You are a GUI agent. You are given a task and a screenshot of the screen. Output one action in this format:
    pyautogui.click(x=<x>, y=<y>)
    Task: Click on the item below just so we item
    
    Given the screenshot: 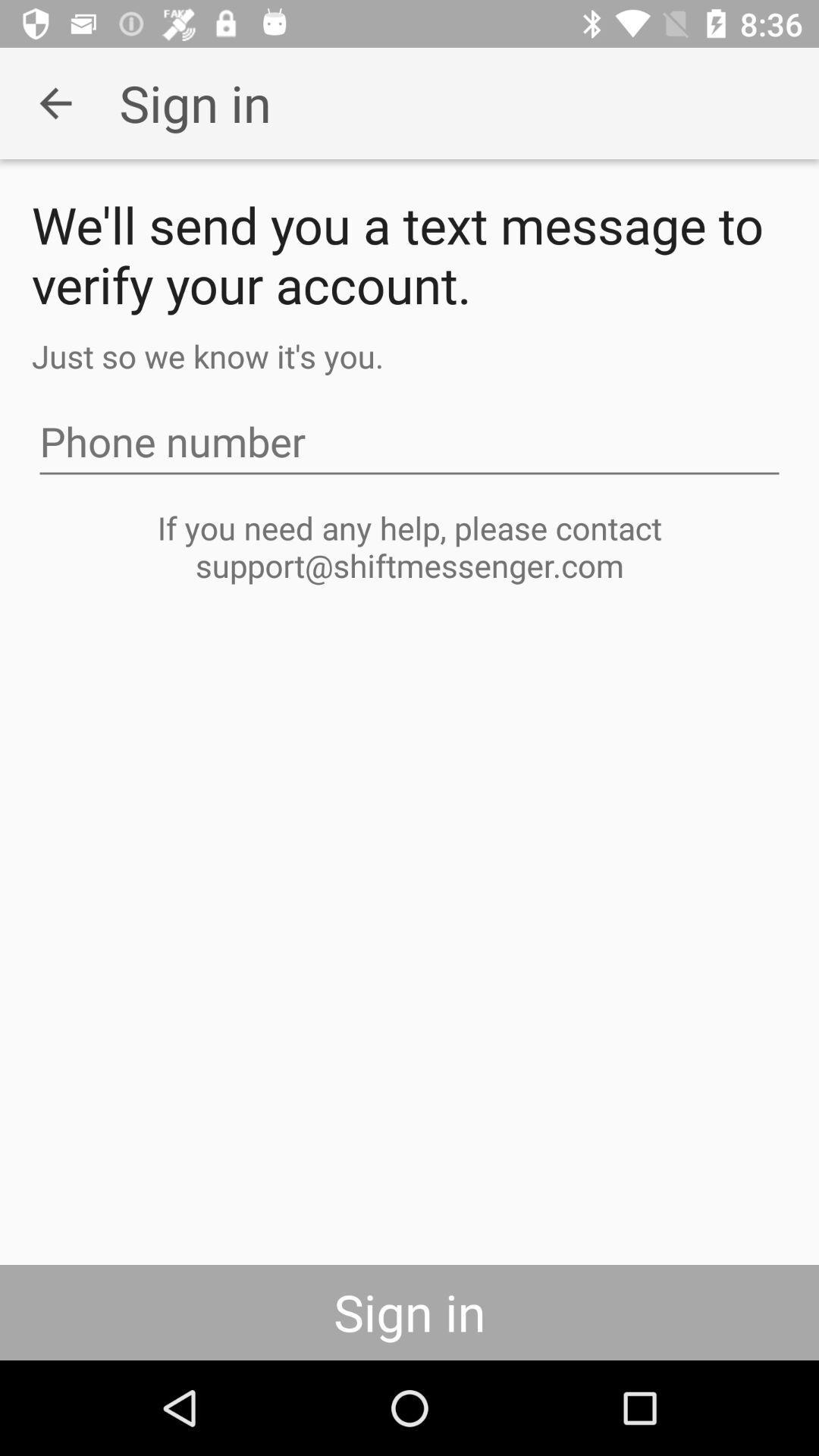 What is the action you would take?
    pyautogui.click(x=409, y=441)
    